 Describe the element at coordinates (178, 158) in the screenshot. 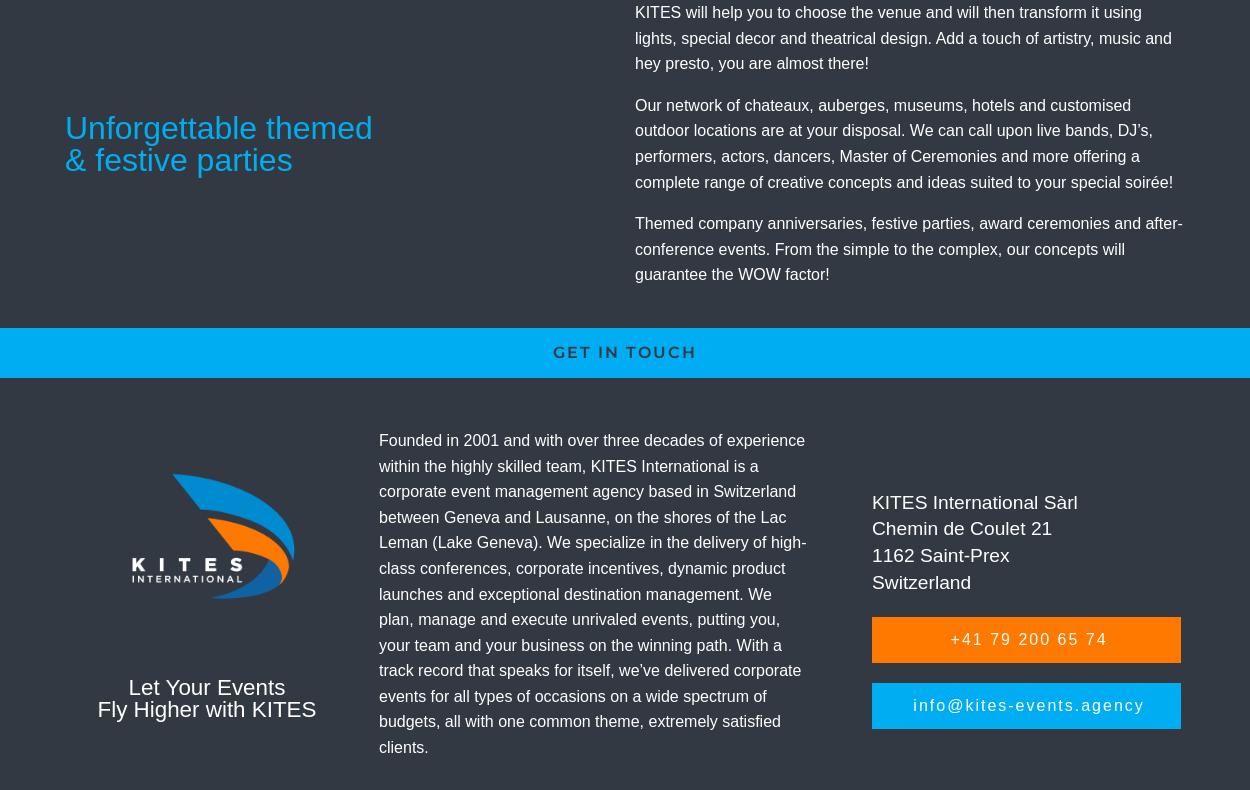

I see `'& festive parties'` at that location.